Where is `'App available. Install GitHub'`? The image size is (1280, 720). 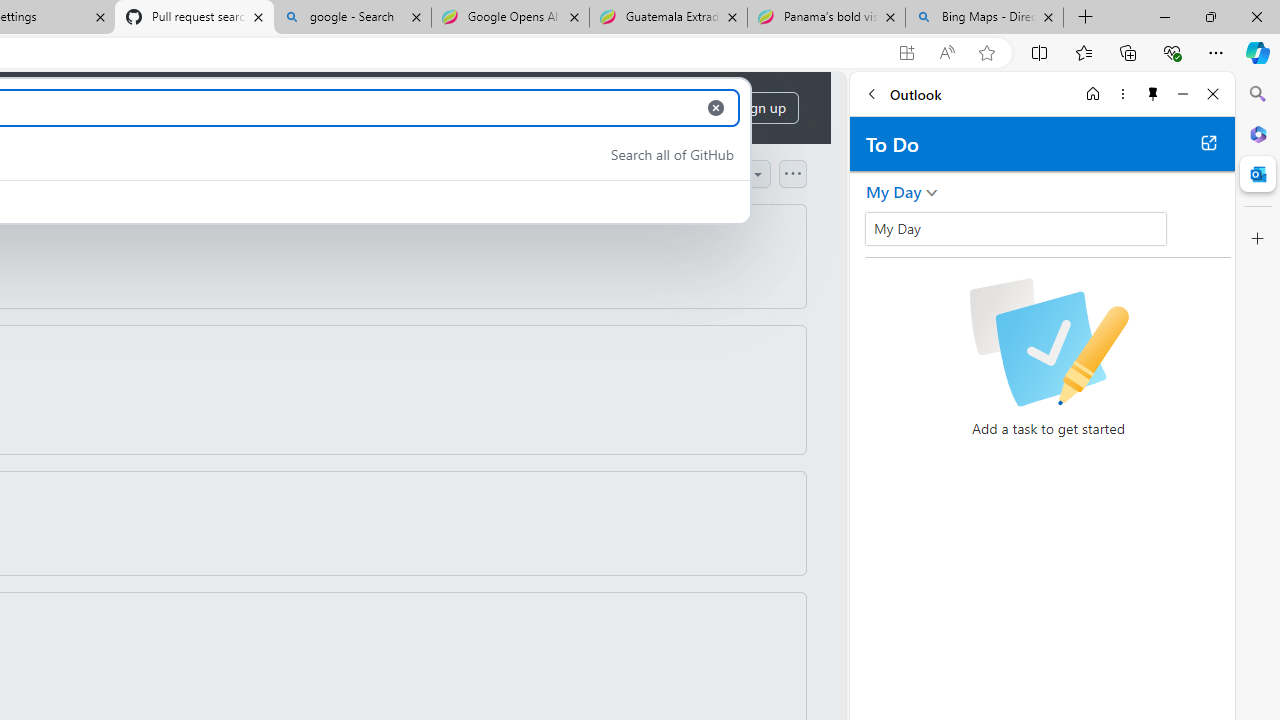 'App available. Install GitHub' is located at coordinates (905, 52).